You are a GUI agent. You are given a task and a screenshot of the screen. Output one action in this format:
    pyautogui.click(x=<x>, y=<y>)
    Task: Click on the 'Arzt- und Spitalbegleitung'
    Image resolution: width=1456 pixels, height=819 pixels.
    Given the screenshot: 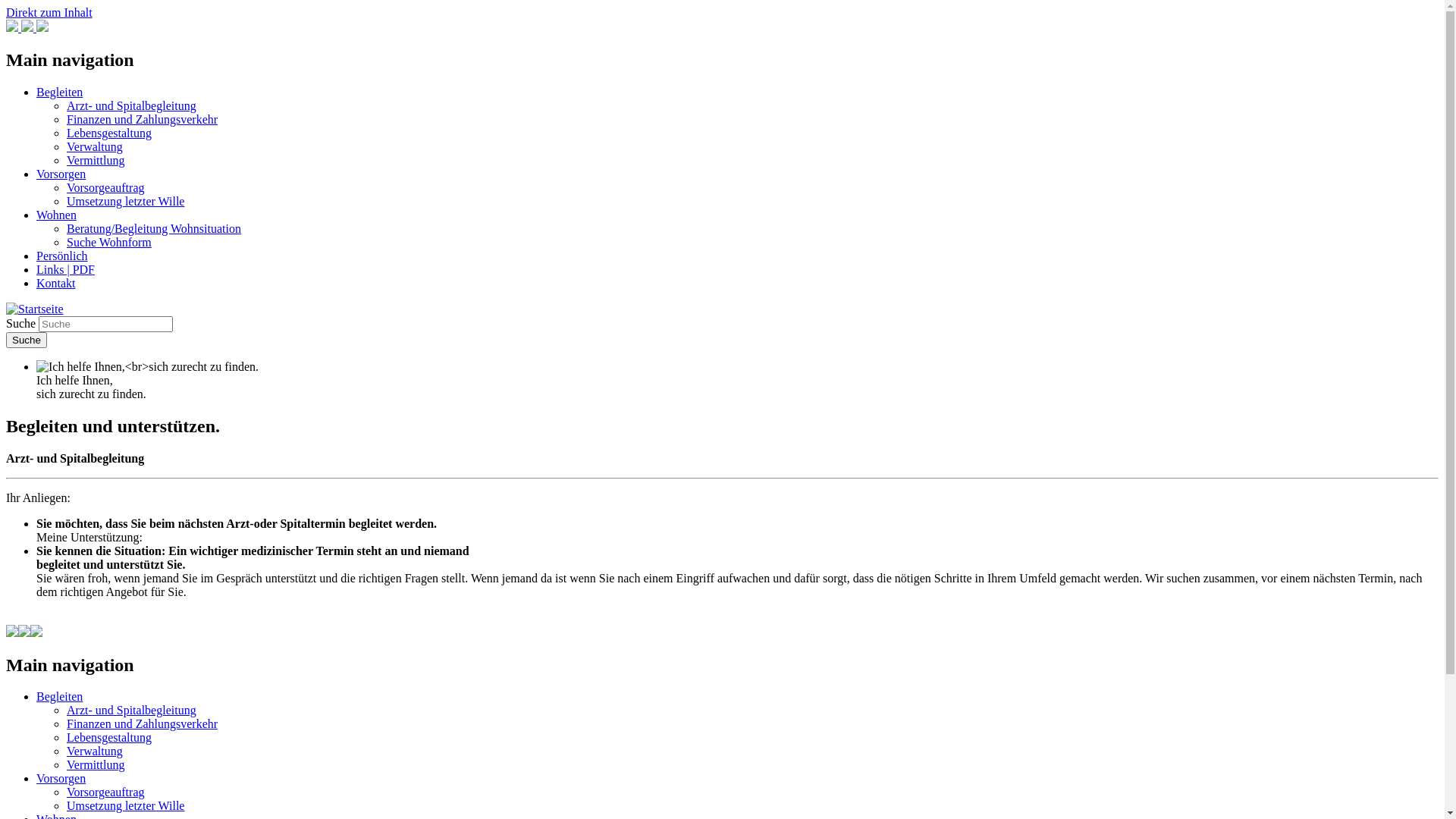 What is the action you would take?
    pyautogui.click(x=65, y=710)
    